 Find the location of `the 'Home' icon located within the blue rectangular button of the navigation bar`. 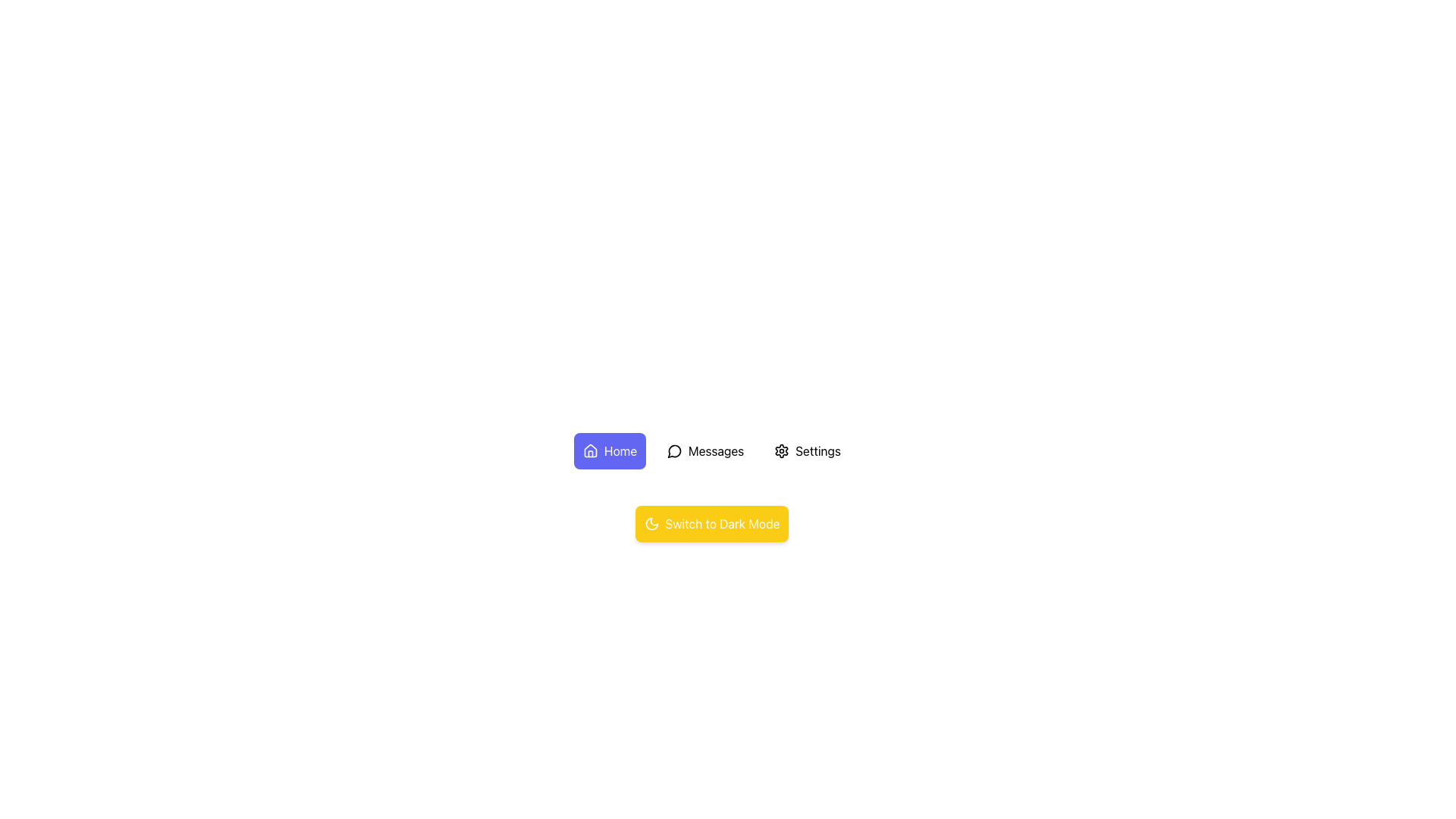

the 'Home' icon located within the blue rectangular button of the navigation bar is located at coordinates (589, 450).